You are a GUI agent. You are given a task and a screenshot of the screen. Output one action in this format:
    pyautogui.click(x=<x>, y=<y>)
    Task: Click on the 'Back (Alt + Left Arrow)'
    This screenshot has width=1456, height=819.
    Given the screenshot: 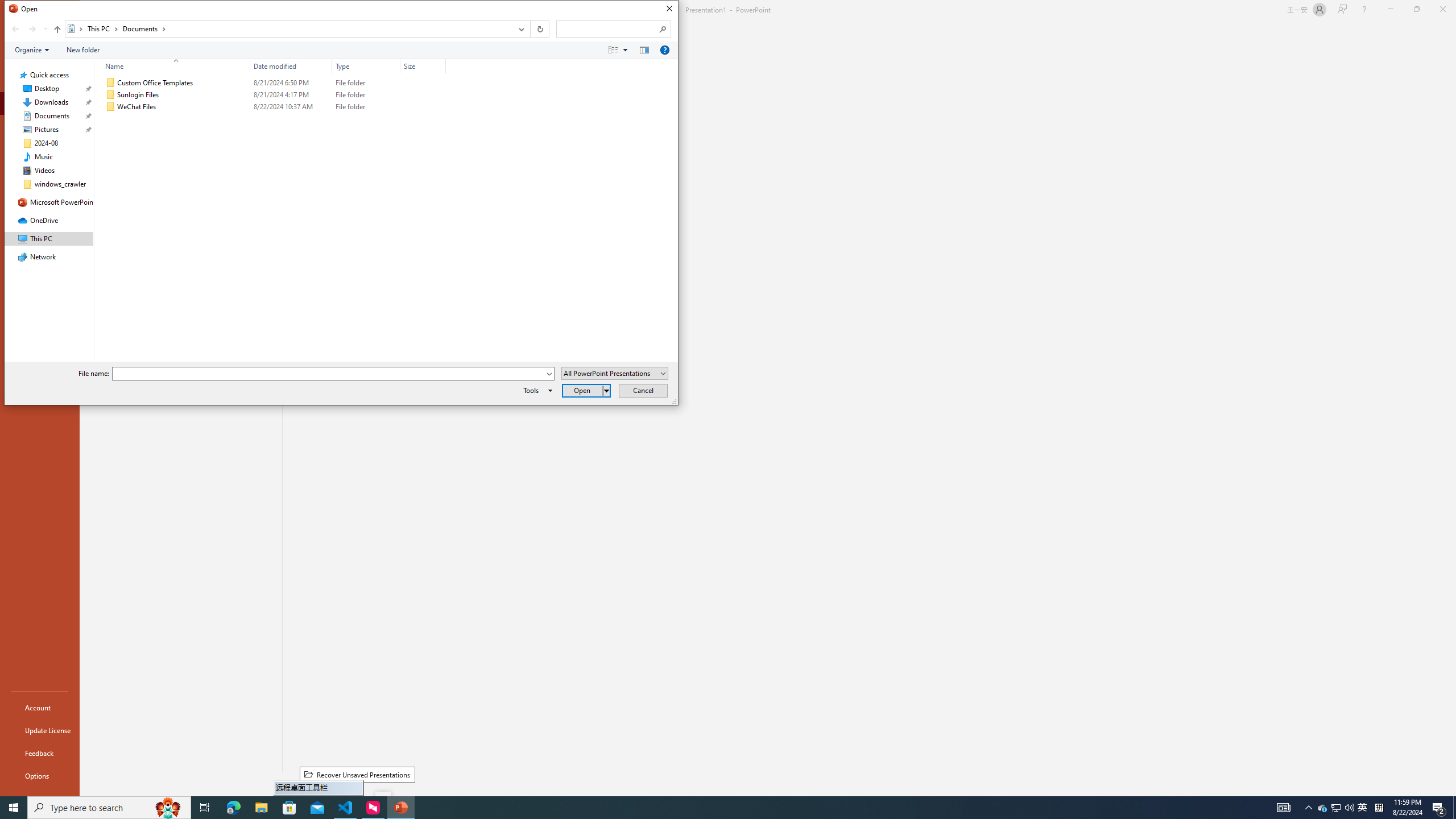 What is the action you would take?
    pyautogui.click(x=14, y=28)
    